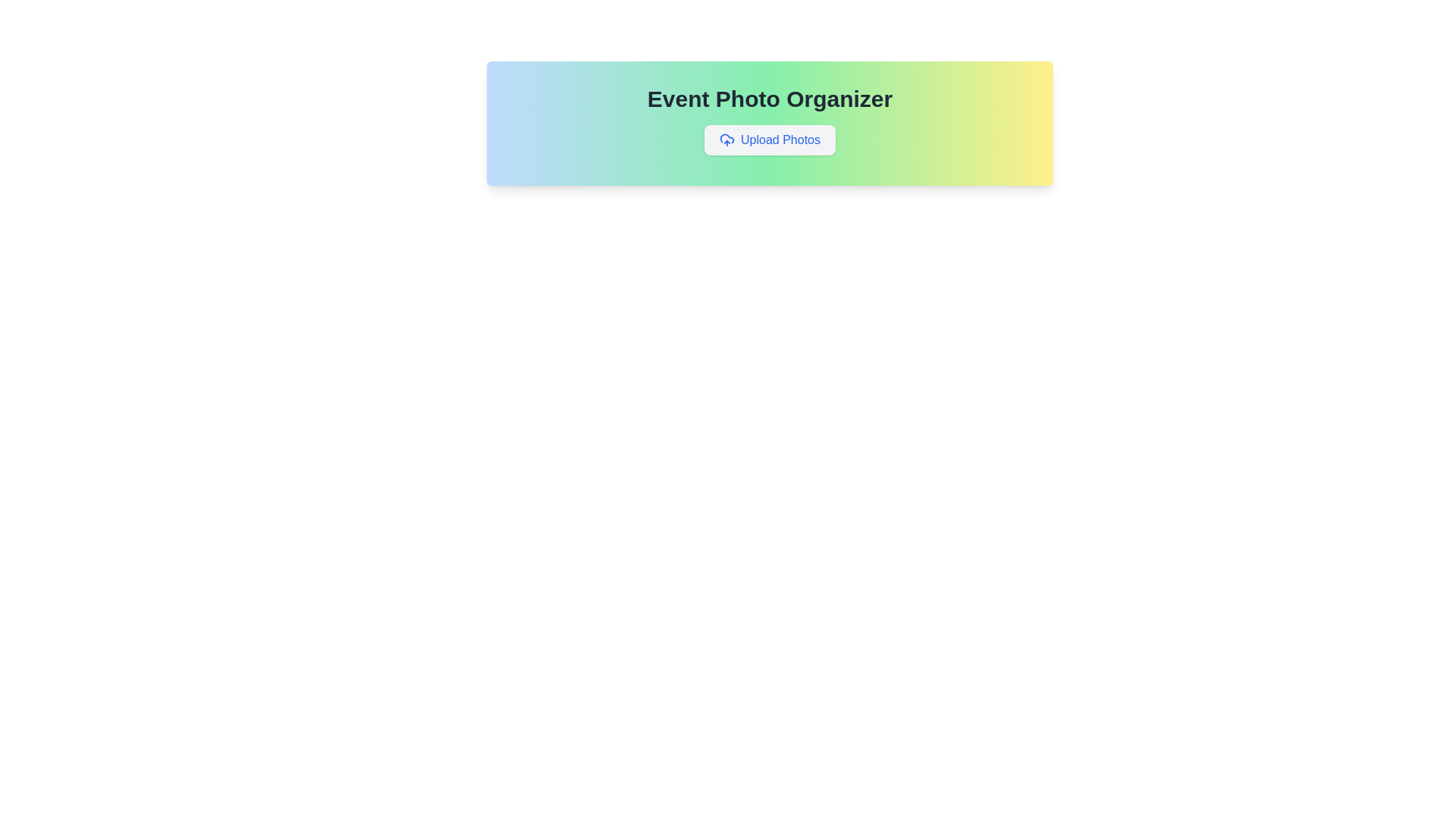 This screenshot has height=819, width=1456. I want to click on the 'Upload Photos' button located beneath the title 'Event Photo Organizer' in the central region of the fixed panel, so click(770, 122).